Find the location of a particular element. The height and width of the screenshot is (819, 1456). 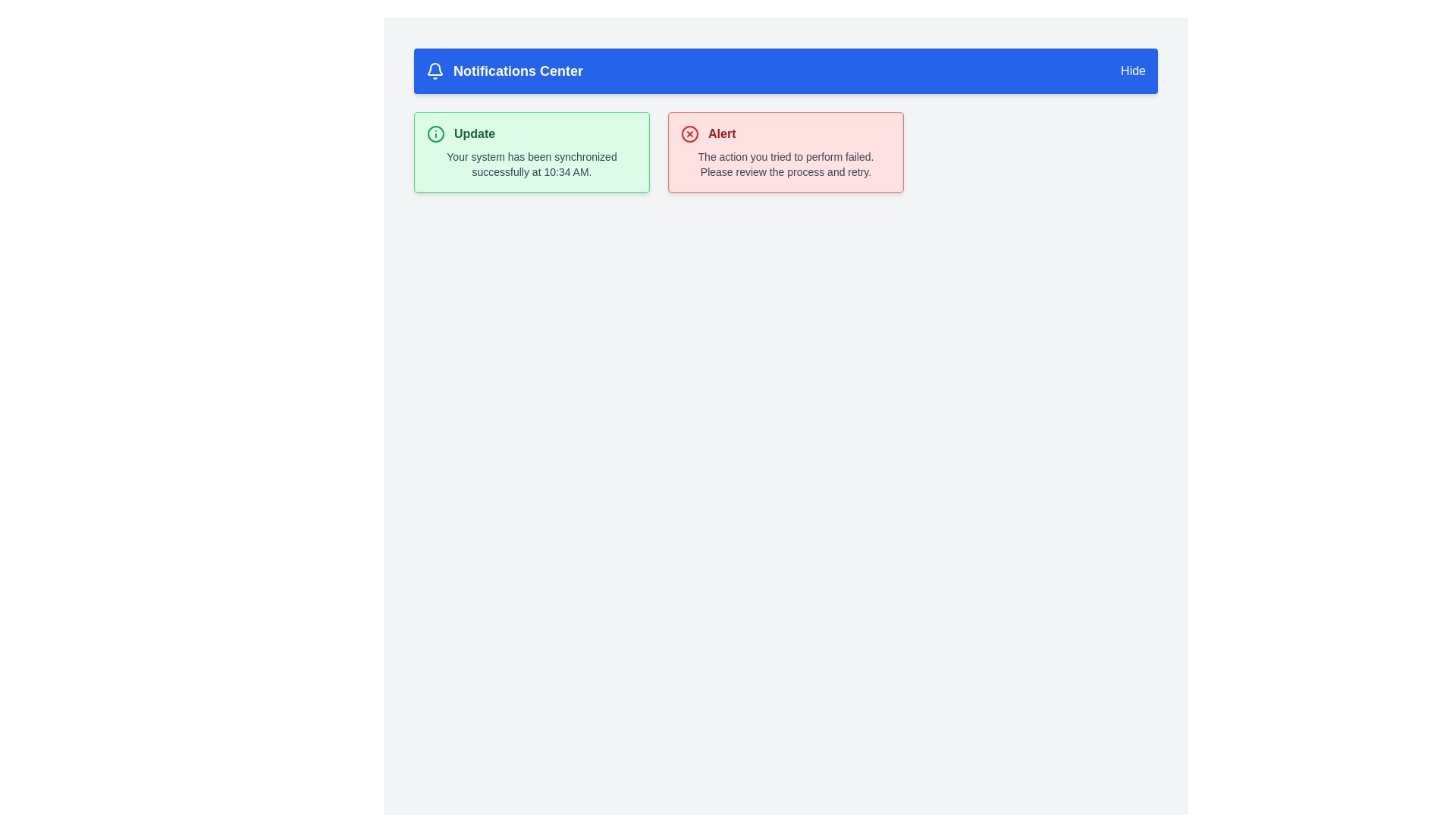

the first notification card in the Notifications Center, which conveys a status update about successful synchronization is located at coordinates (532, 152).